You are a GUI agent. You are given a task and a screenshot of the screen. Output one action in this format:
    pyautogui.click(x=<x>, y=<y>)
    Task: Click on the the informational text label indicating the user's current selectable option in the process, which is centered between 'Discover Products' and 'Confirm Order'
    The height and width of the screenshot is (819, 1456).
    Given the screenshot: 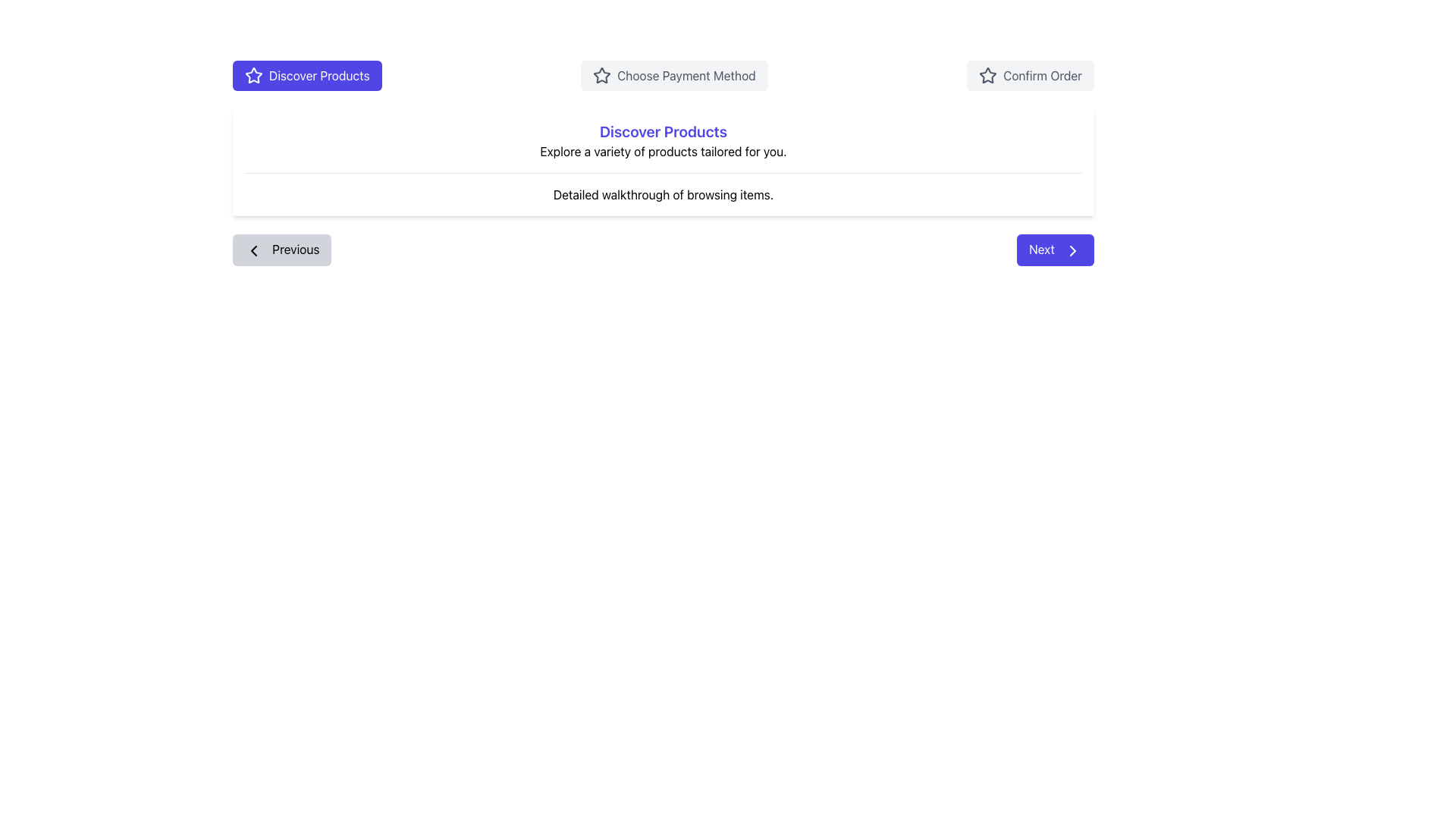 What is the action you would take?
    pyautogui.click(x=686, y=76)
    